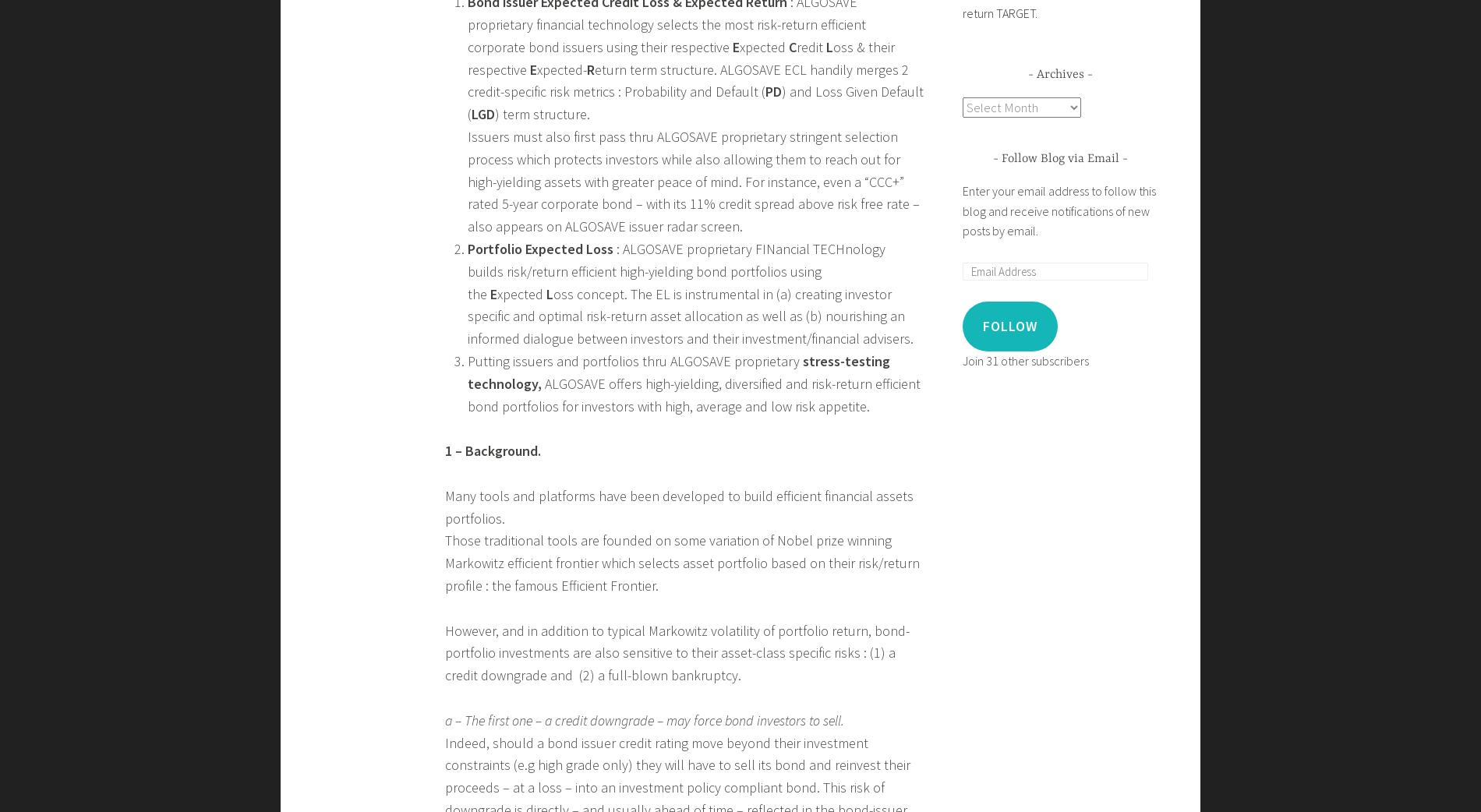  What do you see at coordinates (692, 180) in the screenshot?
I see `'Issuers must also first pass thru ALGOSAVE proprietary stringent selection process which protects investors while also allowing them to reach out for high-yielding assets with greater peace of mind. For instance, even a “CCC+” rated 5-year corporate bond – with its 11% credit spread above risk free rate – also appears on ALGOSAVE issuer radar screen.'` at bounding box center [692, 180].